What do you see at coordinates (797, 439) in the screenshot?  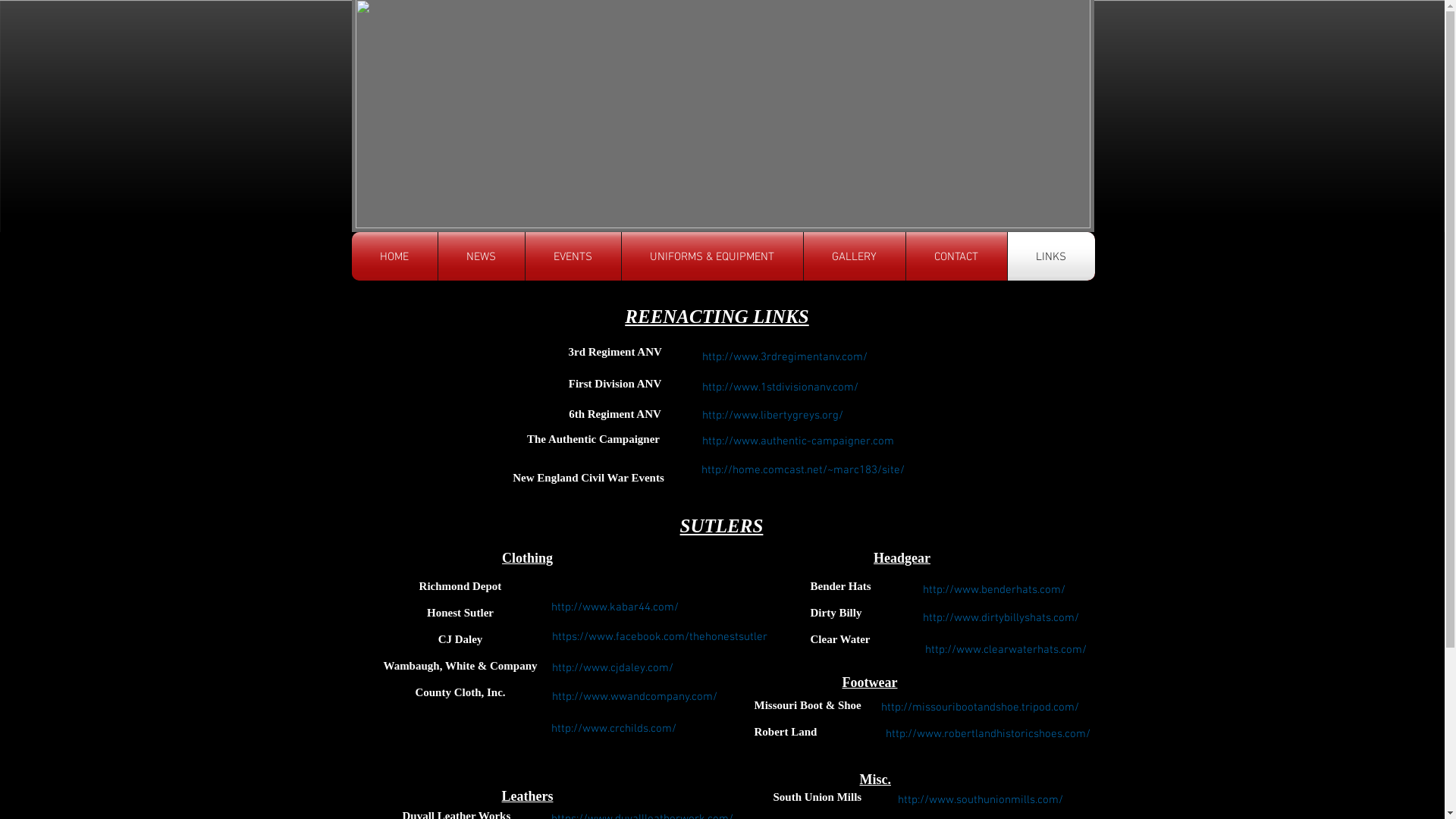 I see `'http://www.authentic-campaigner.com'` at bounding box center [797, 439].